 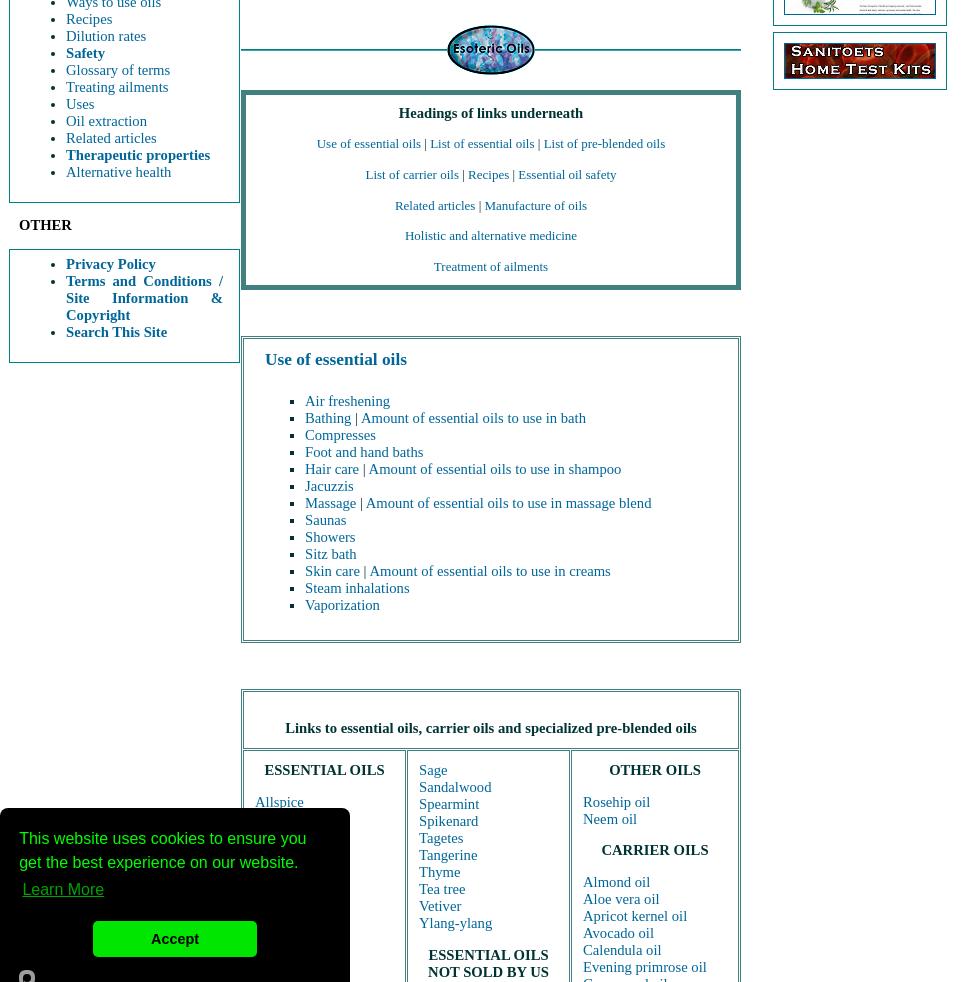 What do you see at coordinates (363, 452) in the screenshot?
I see `'Foot and hand baths'` at bounding box center [363, 452].